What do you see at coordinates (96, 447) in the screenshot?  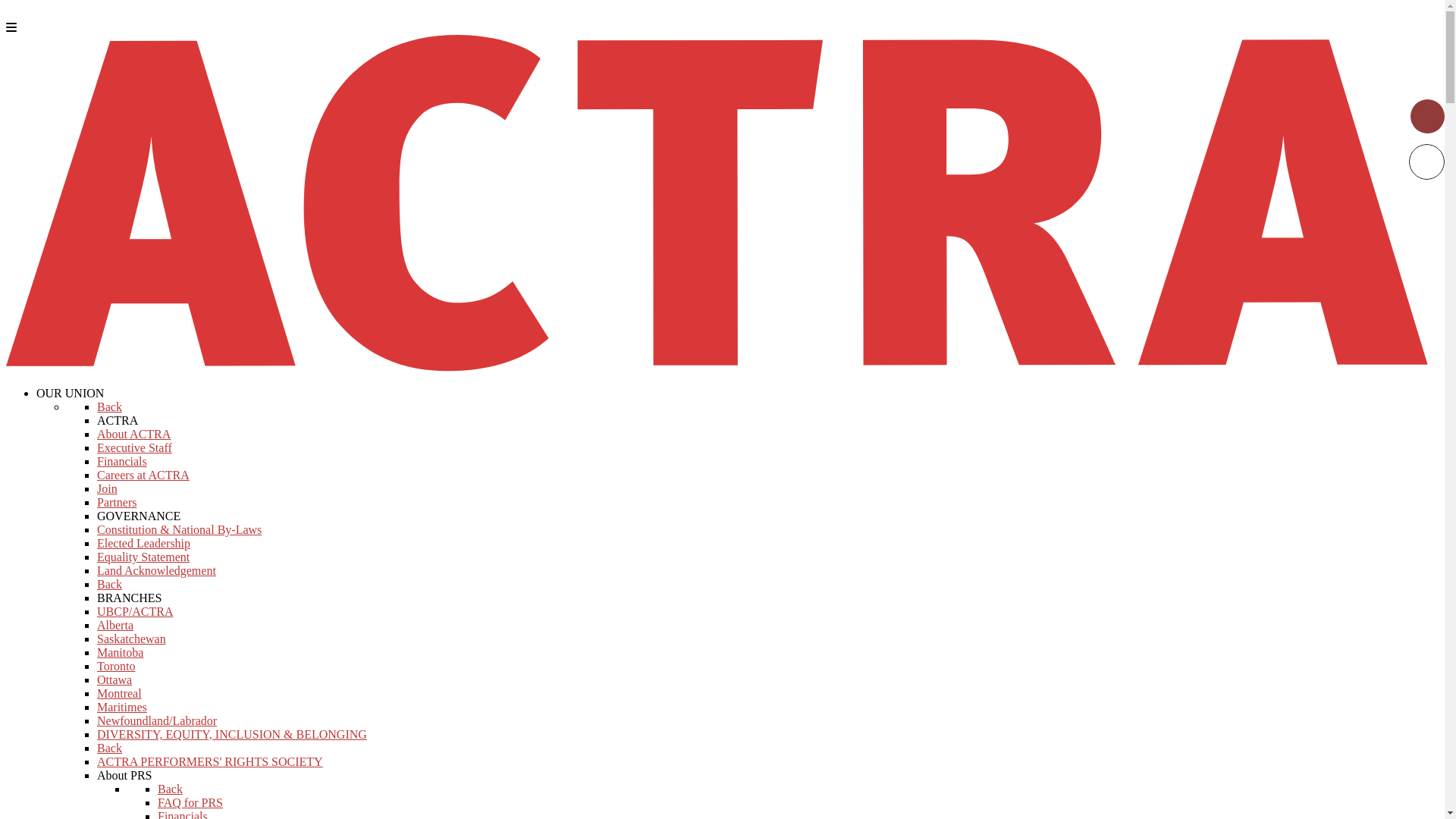 I see `'Executive Staff'` at bounding box center [96, 447].